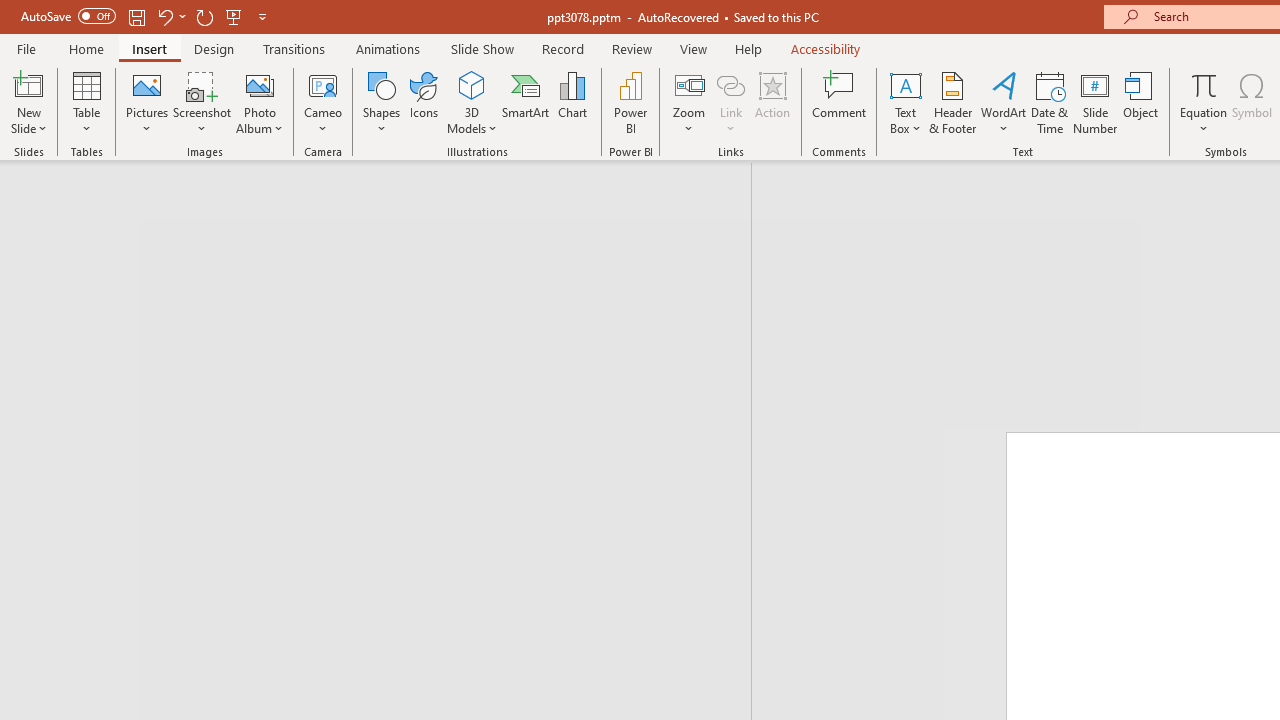 This screenshot has width=1280, height=720. Describe the element at coordinates (202, 103) in the screenshot. I see `'Screenshot'` at that location.